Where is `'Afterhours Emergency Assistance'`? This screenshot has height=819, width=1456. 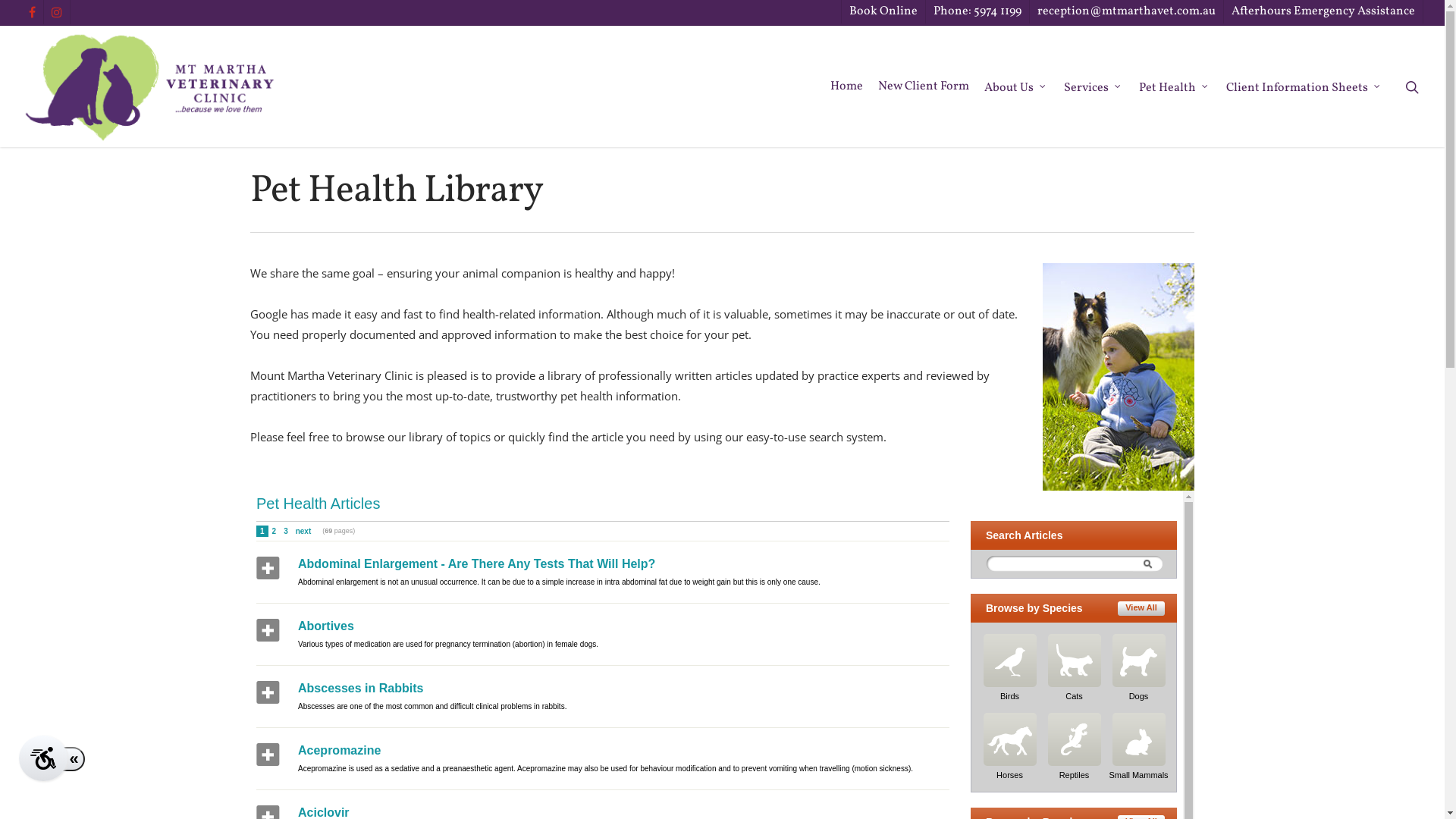
'Afterhours Emergency Assistance' is located at coordinates (1222, 11).